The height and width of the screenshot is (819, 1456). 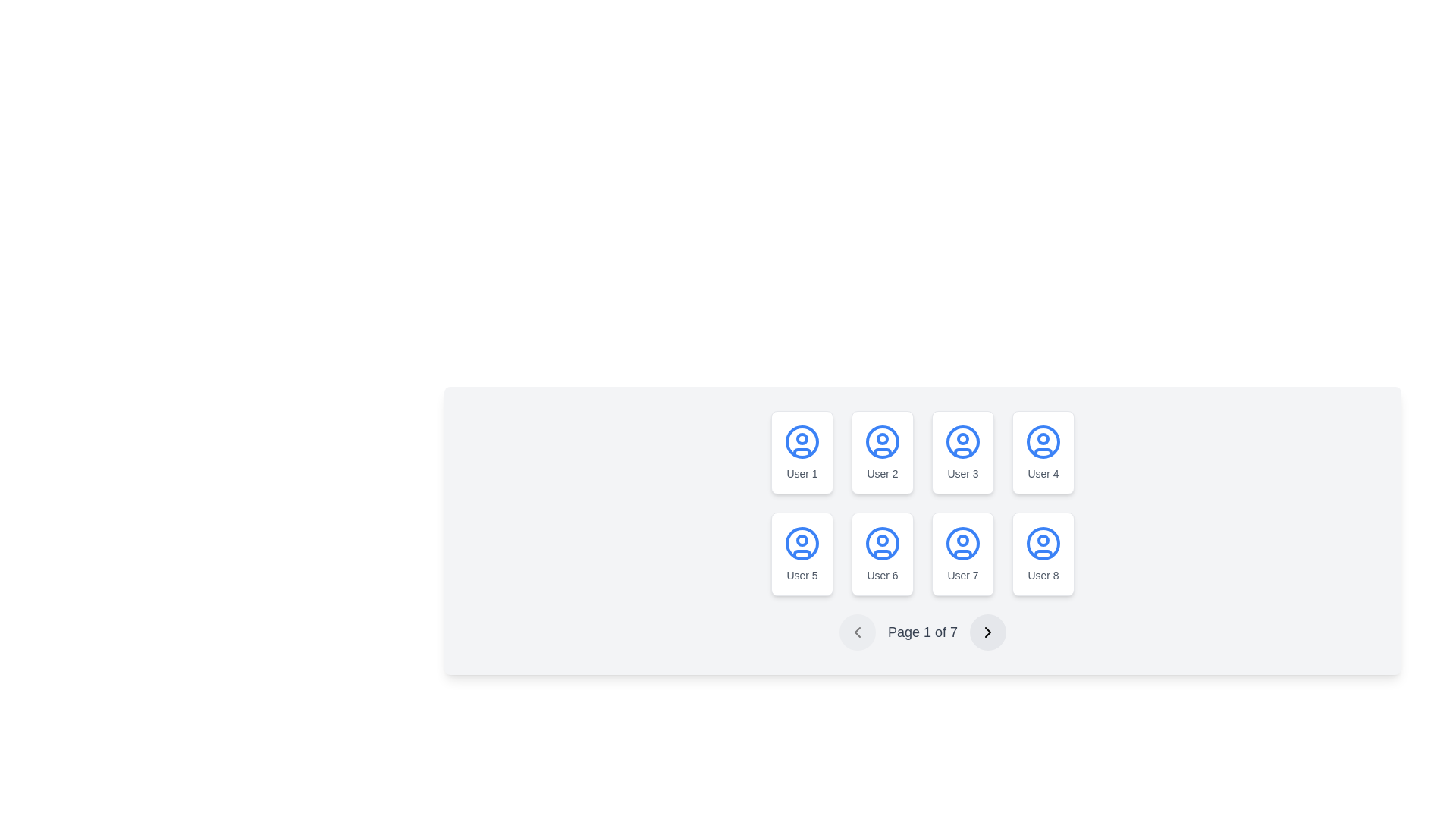 What do you see at coordinates (801, 576) in the screenshot?
I see `the Text Label displaying 'User 5' below the blue user profile icon in the white card` at bounding box center [801, 576].